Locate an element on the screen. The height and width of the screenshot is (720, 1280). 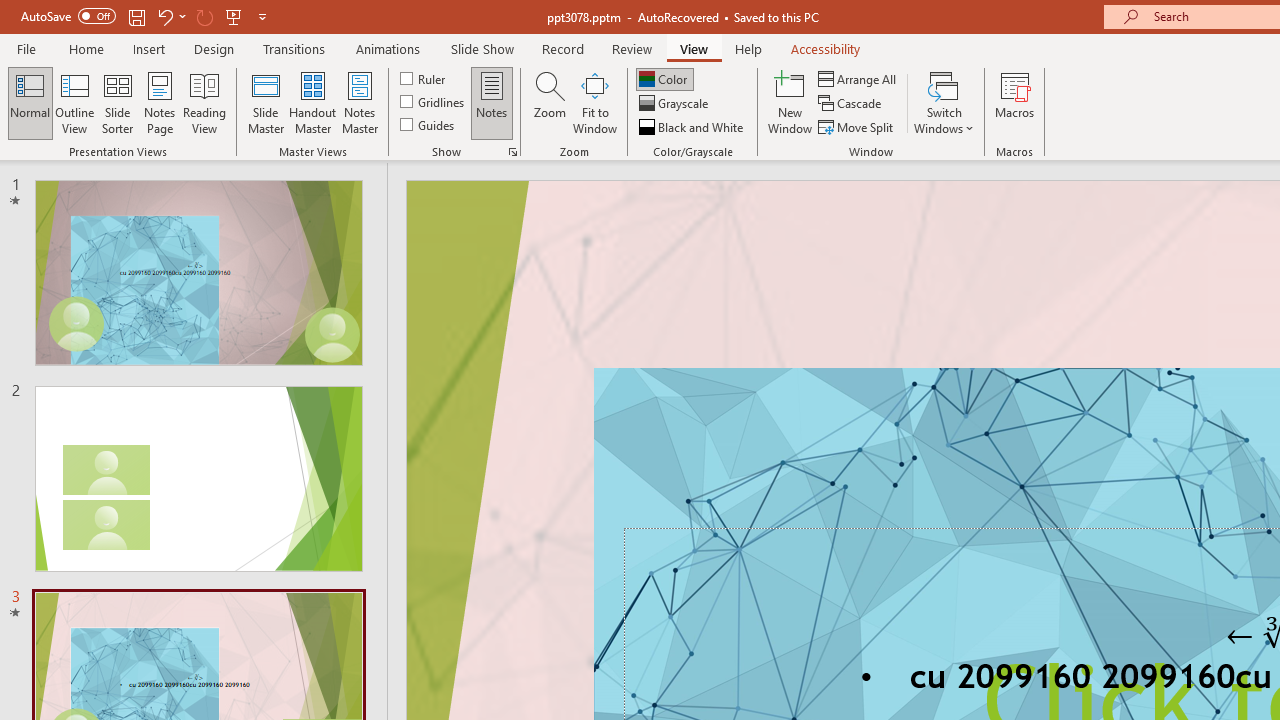
'Grayscale' is located at coordinates (675, 103).